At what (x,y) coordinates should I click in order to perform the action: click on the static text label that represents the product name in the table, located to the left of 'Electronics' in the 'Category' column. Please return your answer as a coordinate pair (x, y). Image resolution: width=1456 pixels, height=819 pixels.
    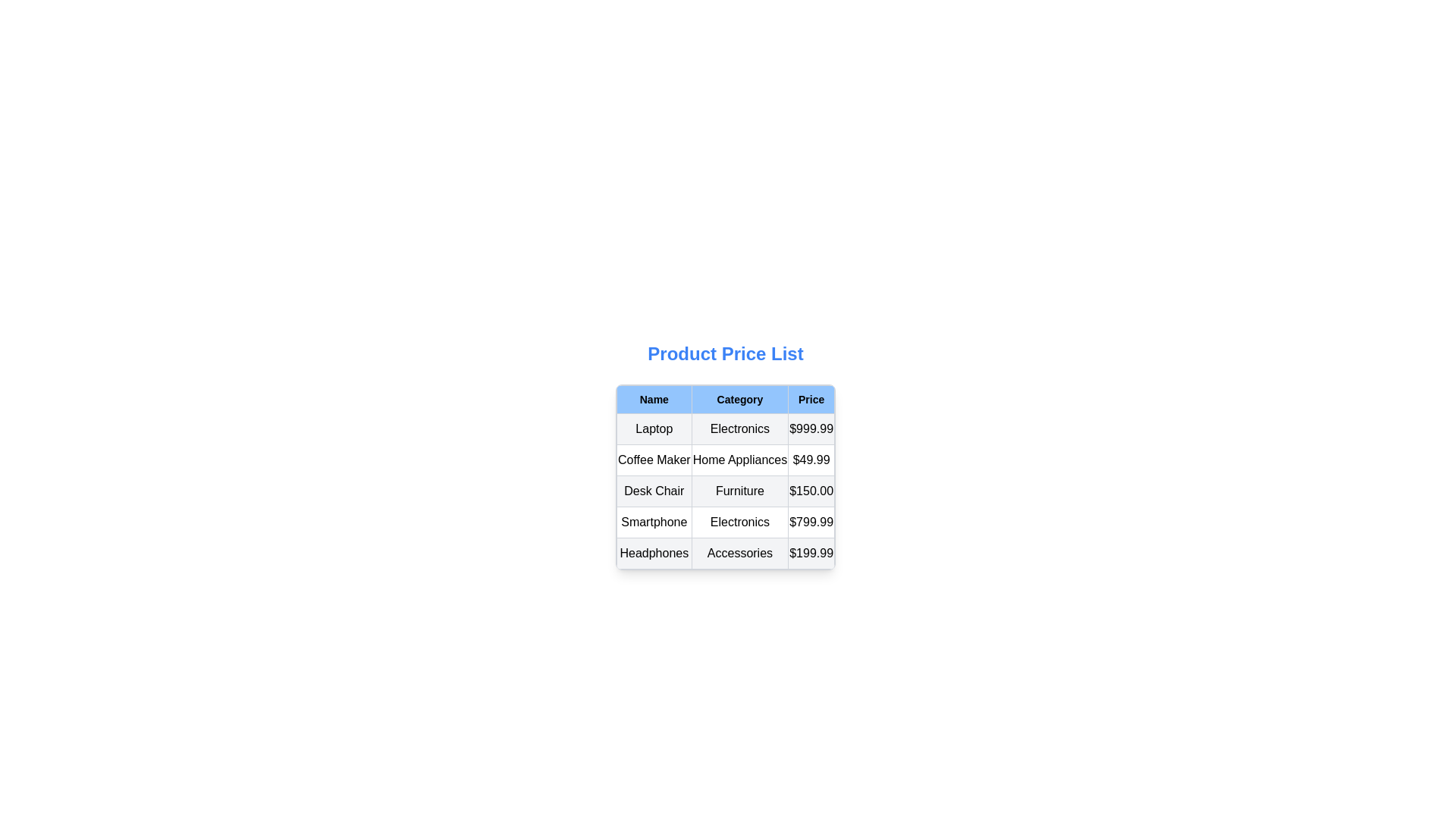
    Looking at the image, I should click on (654, 429).